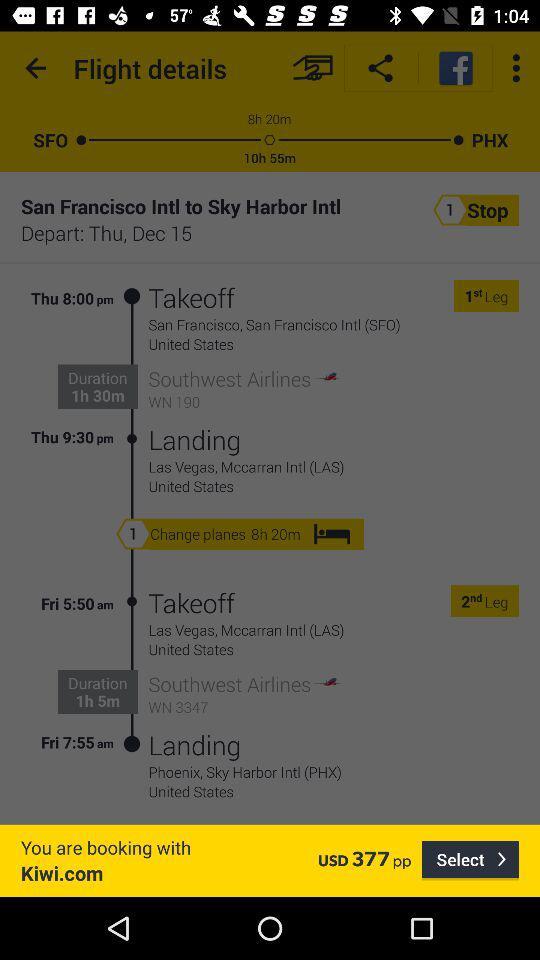 This screenshot has height=960, width=540. What do you see at coordinates (36, 68) in the screenshot?
I see `the icon above the sfo icon` at bounding box center [36, 68].